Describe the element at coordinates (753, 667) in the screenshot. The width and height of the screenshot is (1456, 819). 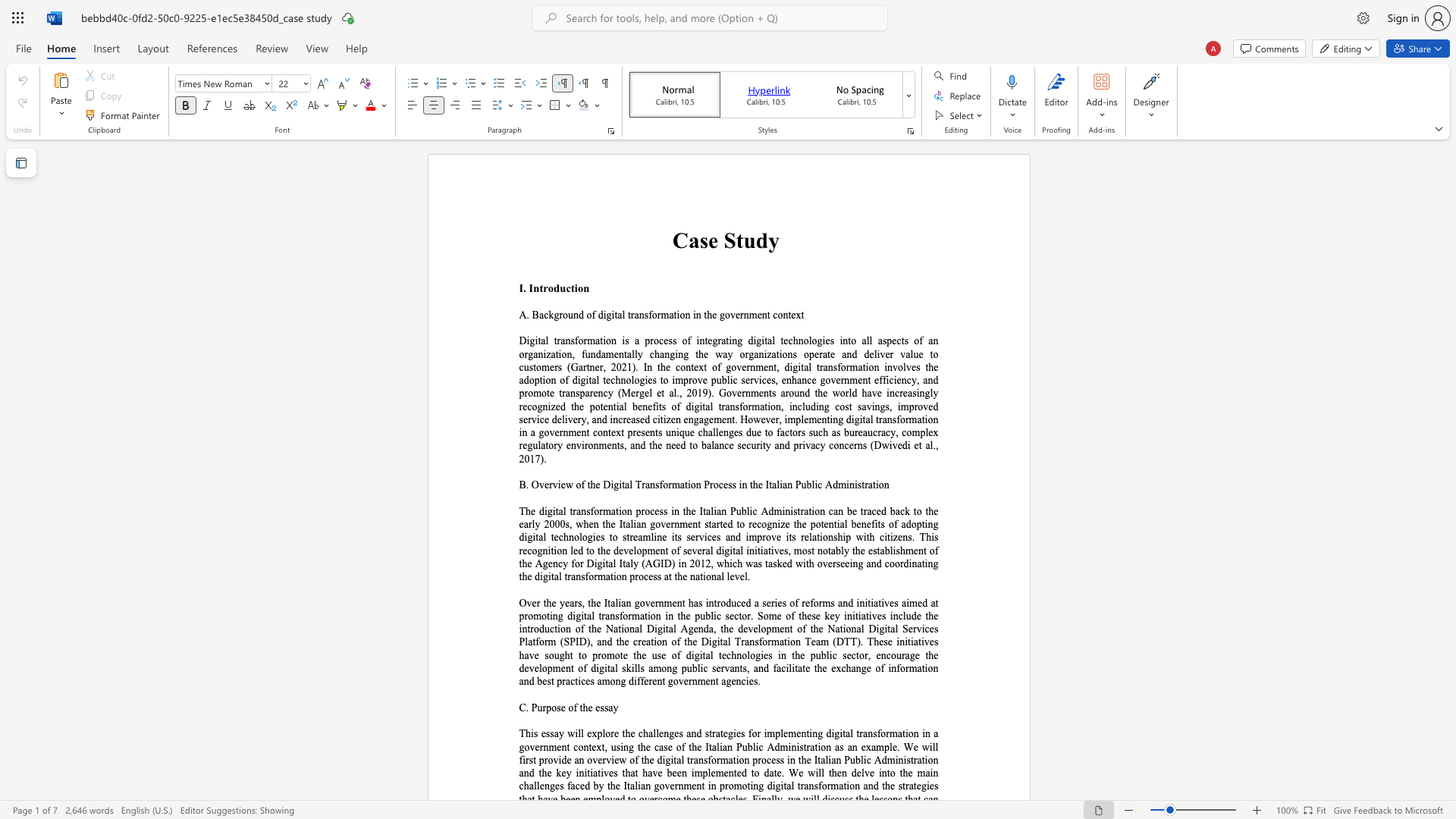
I see `the subset text "and" within the text "ublic servants, and"` at that location.